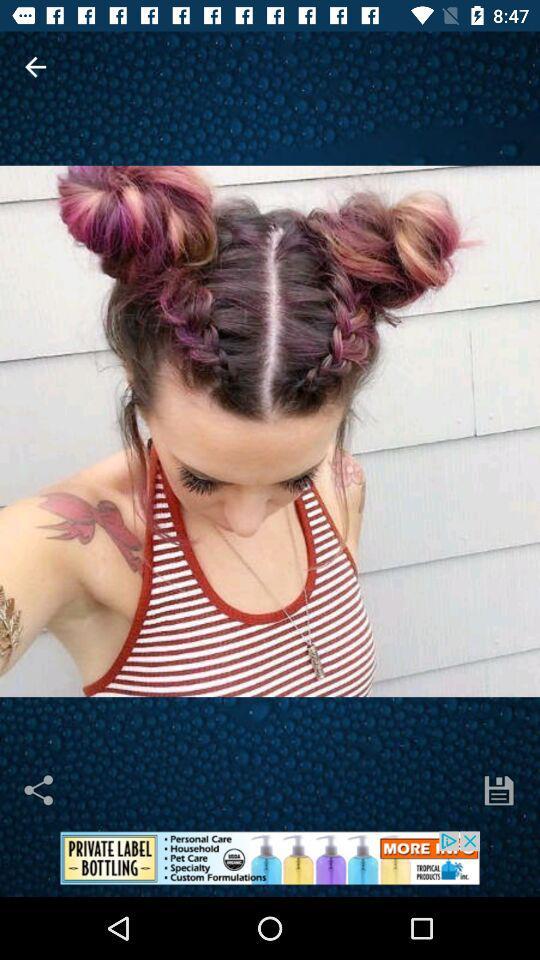 This screenshot has width=540, height=960. What do you see at coordinates (270, 863) in the screenshot?
I see `advertisement banner` at bounding box center [270, 863].